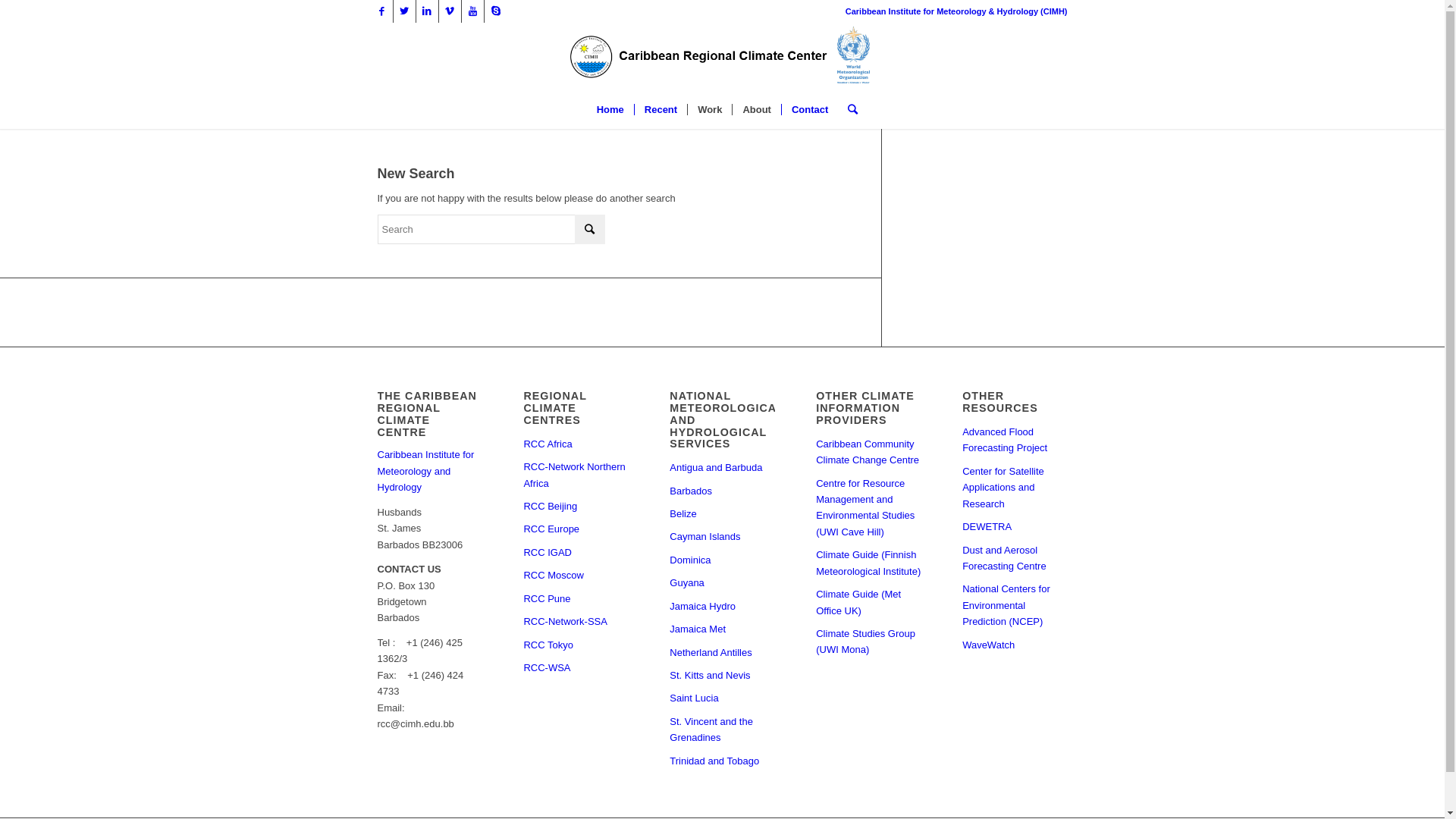 The width and height of the screenshot is (1456, 819). What do you see at coordinates (494, 11) in the screenshot?
I see `'Skype'` at bounding box center [494, 11].